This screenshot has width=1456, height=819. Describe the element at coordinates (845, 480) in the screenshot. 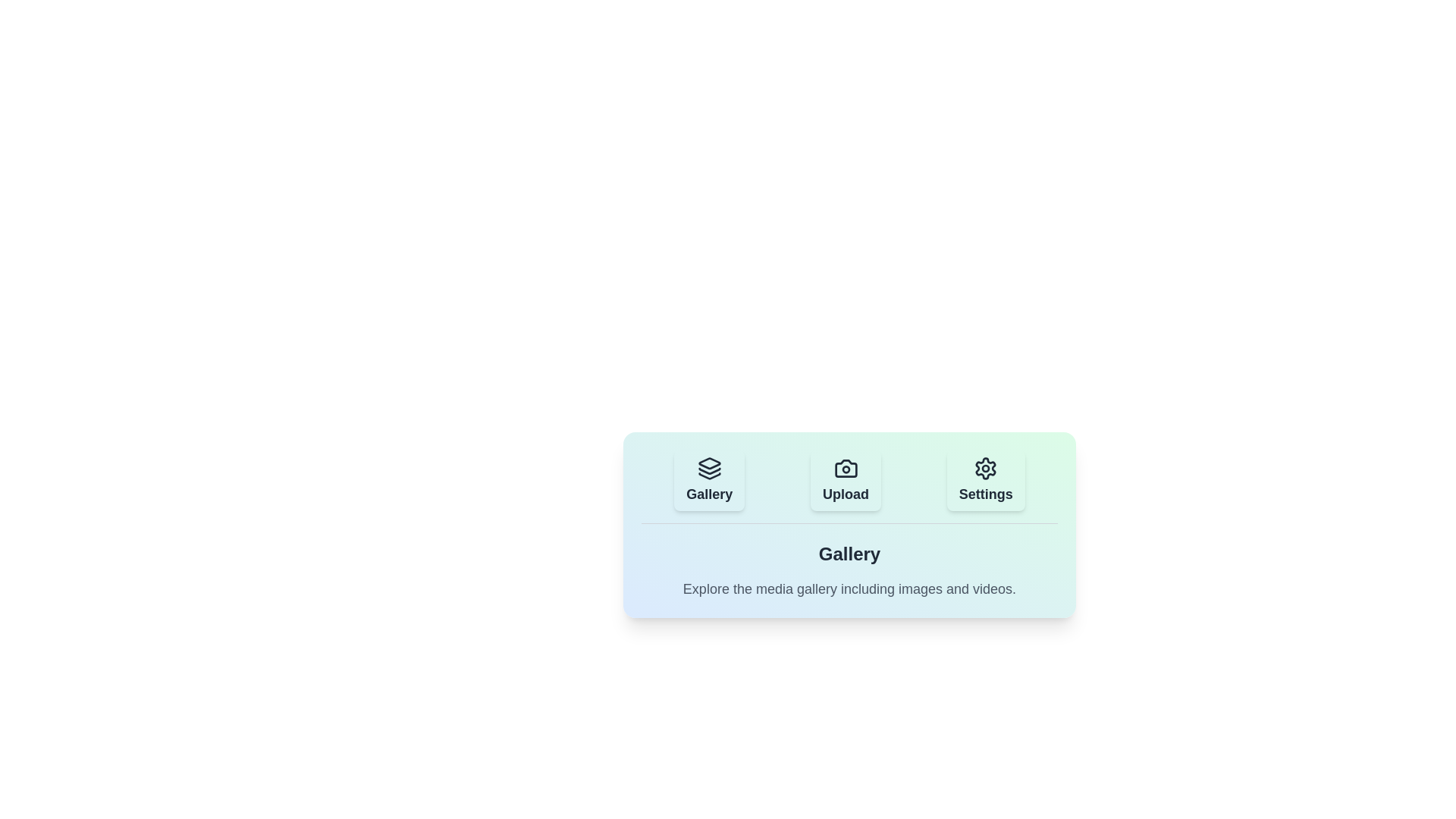

I see `the tab button labeled Upload to observe visual feedback` at that location.